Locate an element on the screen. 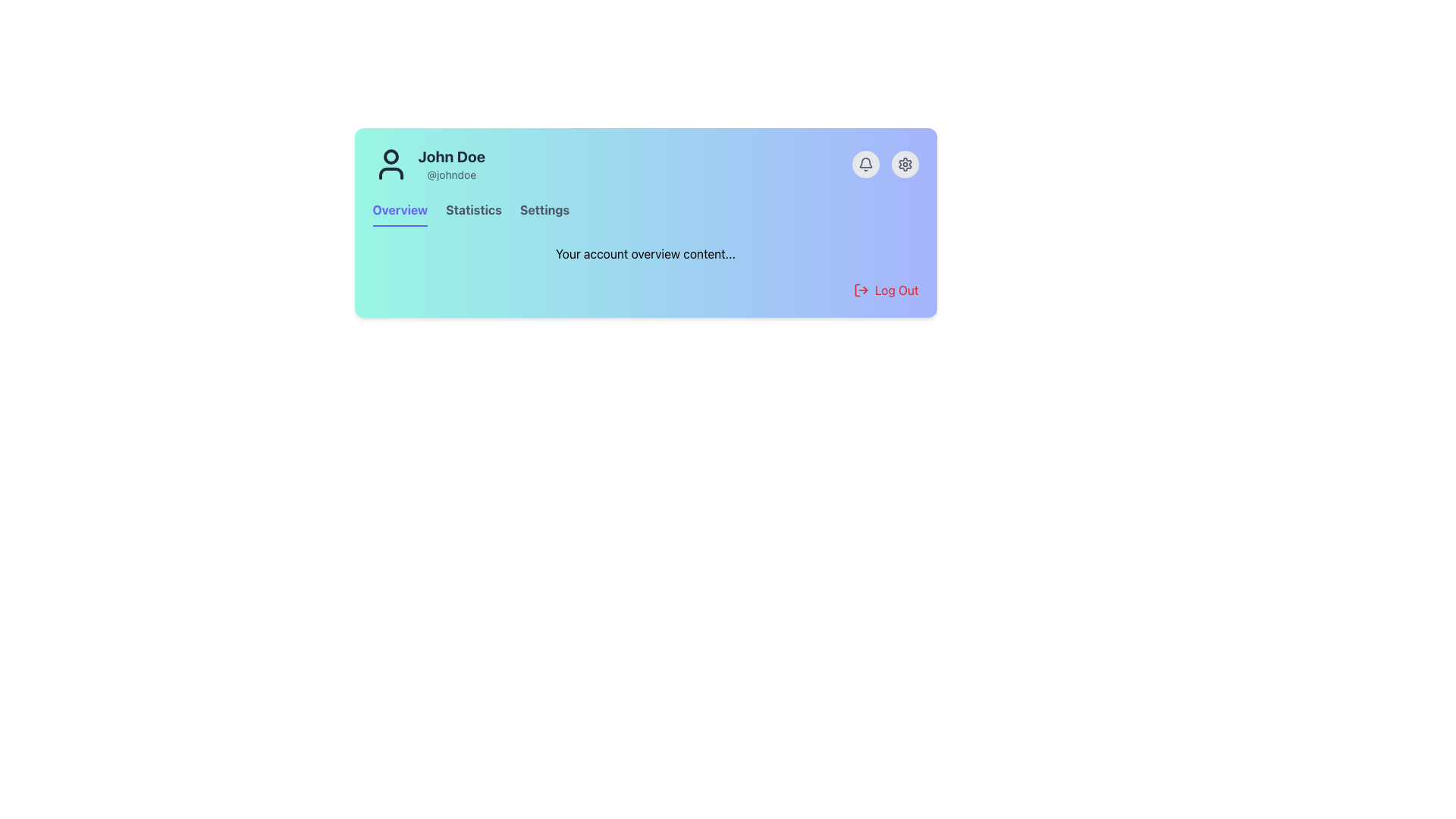 The width and height of the screenshot is (1456, 819). the text element displaying '@johndoe', which is styled in light gray and positioned below 'John Doe' within a card-like area is located at coordinates (450, 174).